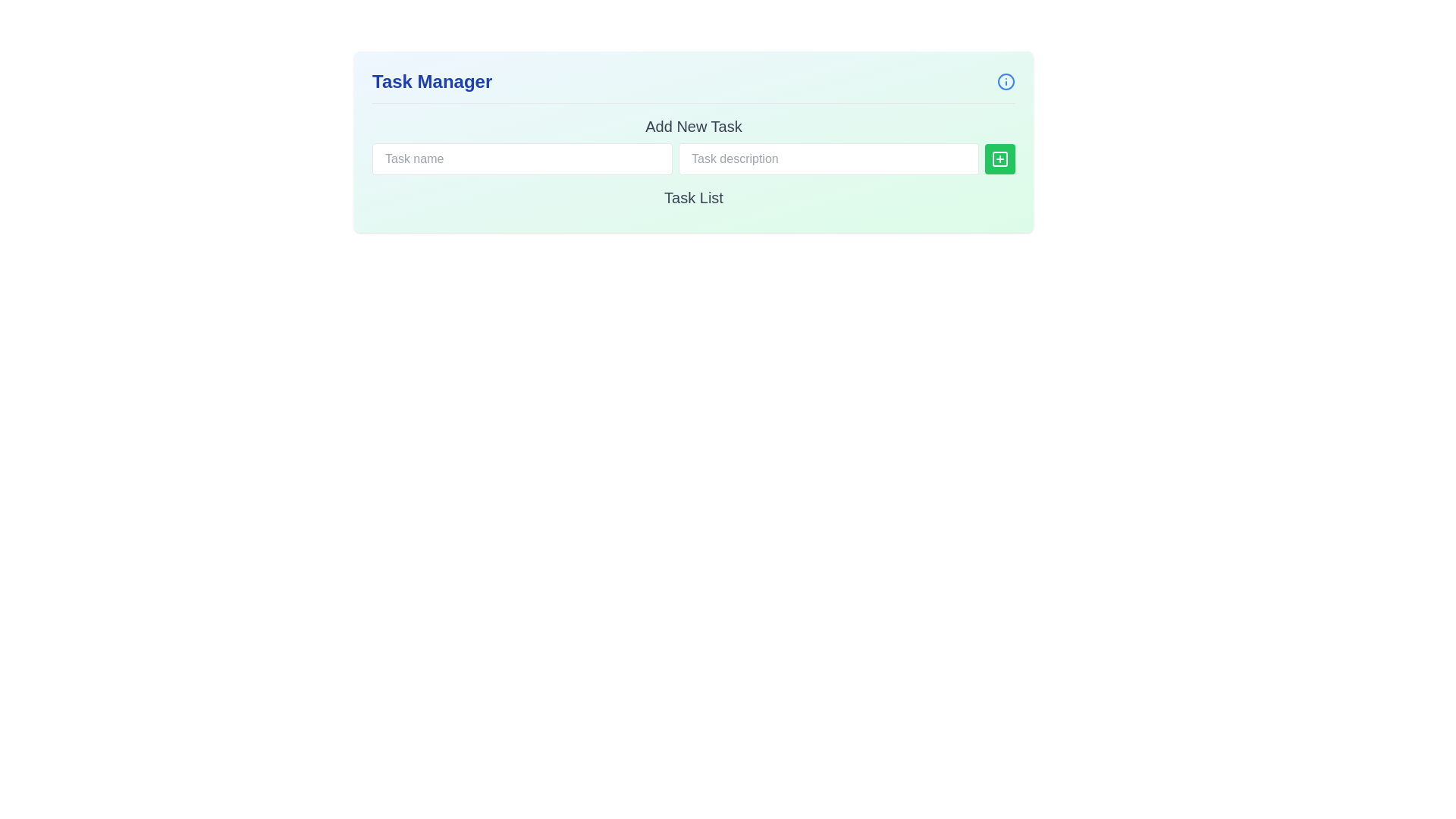 The width and height of the screenshot is (1456, 819). I want to click on the section heading that provides context for adding new tasks, located above the 'Task name' and 'Task description' fields, so click(693, 125).